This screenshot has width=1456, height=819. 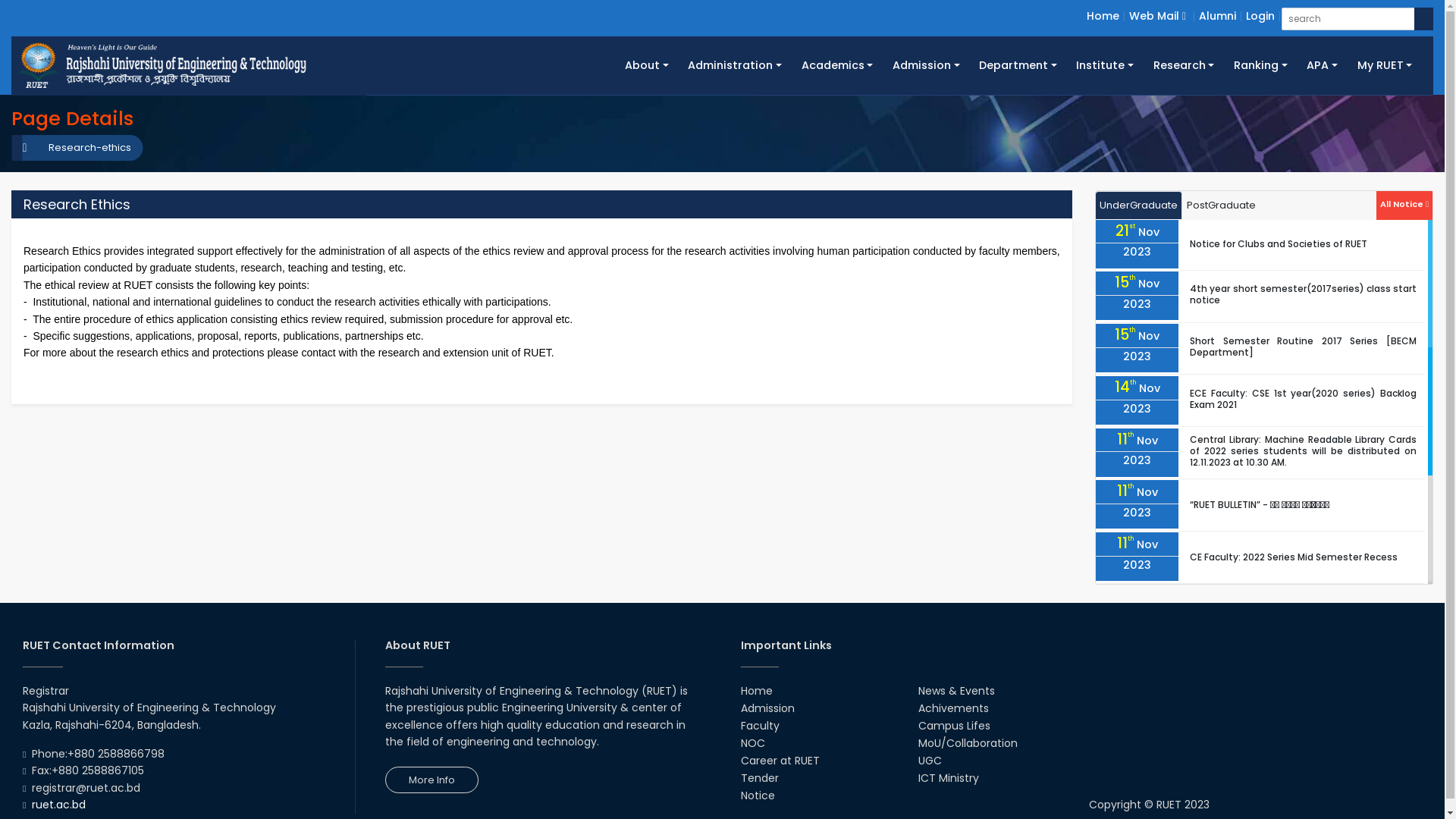 I want to click on 'News & Events', so click(x=917, y=690).